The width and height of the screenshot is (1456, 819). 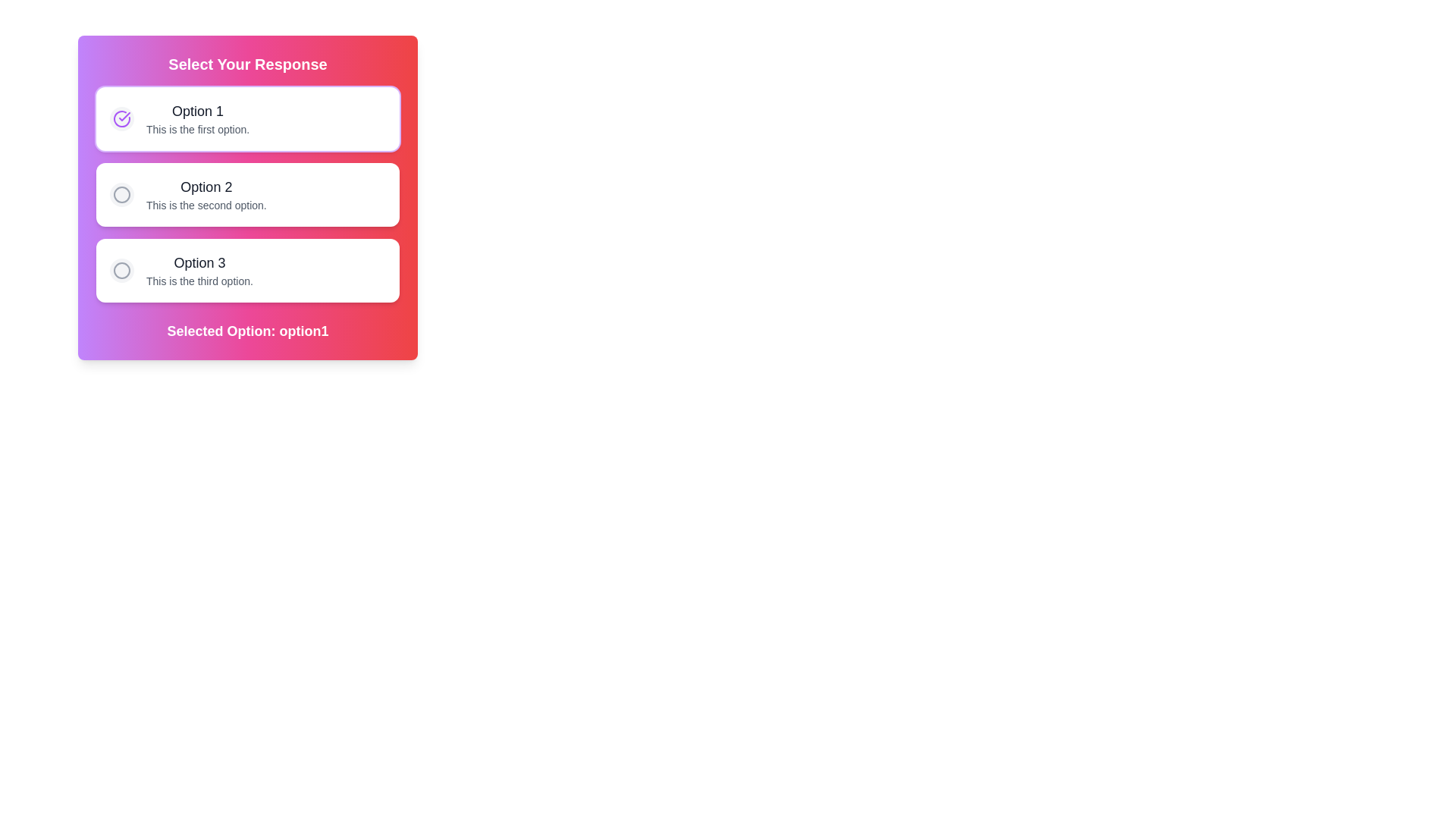 What do you see at coordinates (122, 118) in the screenshot?
I see `the checkmark icon on the left side of the first option box` at bounding box center [122, 118].